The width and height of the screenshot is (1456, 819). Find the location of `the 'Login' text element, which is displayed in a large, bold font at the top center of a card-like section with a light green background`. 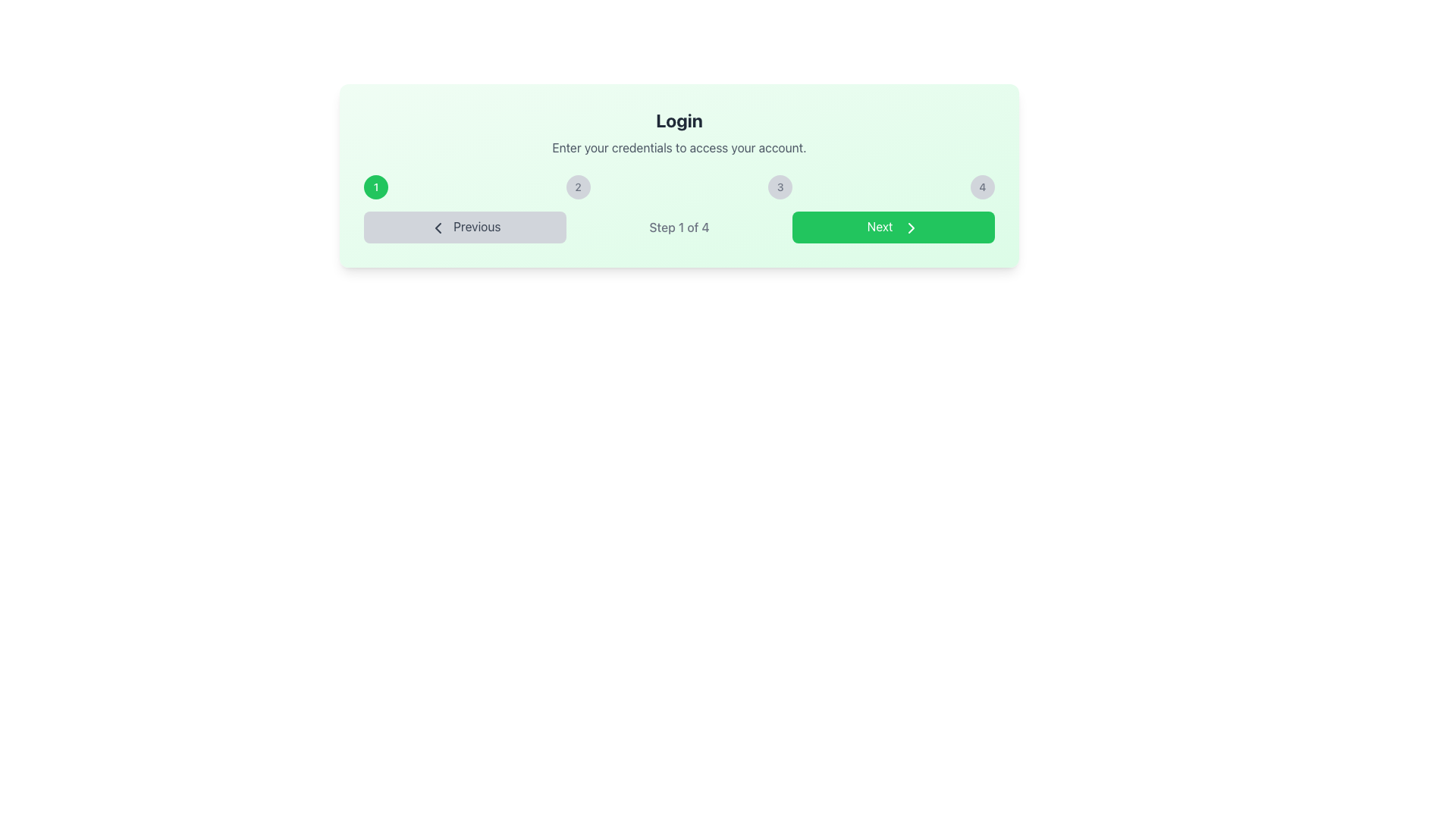

the 'Login' text element, which is displayed in a large, bold font at the top center of a card-like section with a light green background is located at coordinates (679, 119).